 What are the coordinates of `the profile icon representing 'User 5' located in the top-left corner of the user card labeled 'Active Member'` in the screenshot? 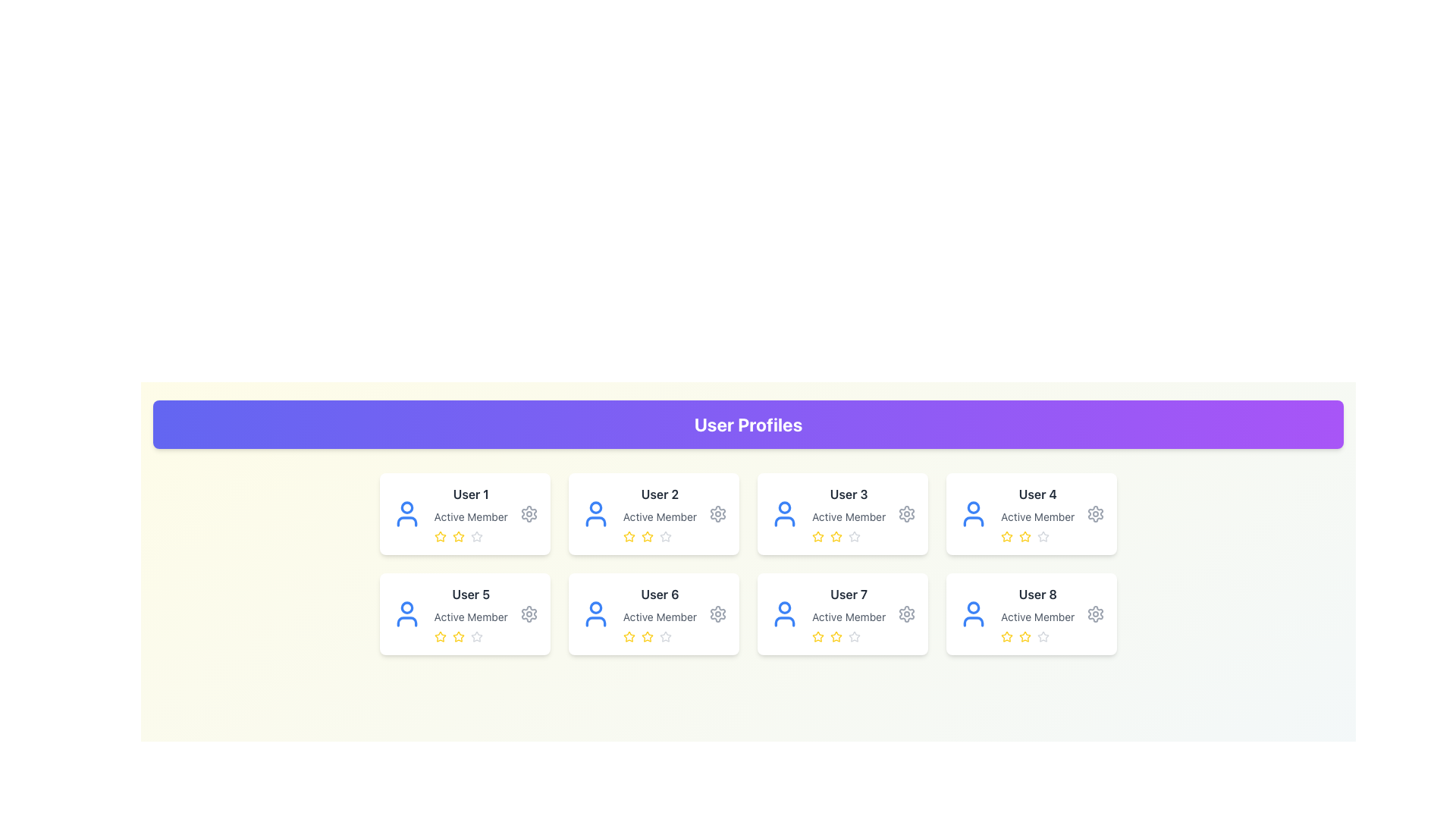 It's located at (406, 614).